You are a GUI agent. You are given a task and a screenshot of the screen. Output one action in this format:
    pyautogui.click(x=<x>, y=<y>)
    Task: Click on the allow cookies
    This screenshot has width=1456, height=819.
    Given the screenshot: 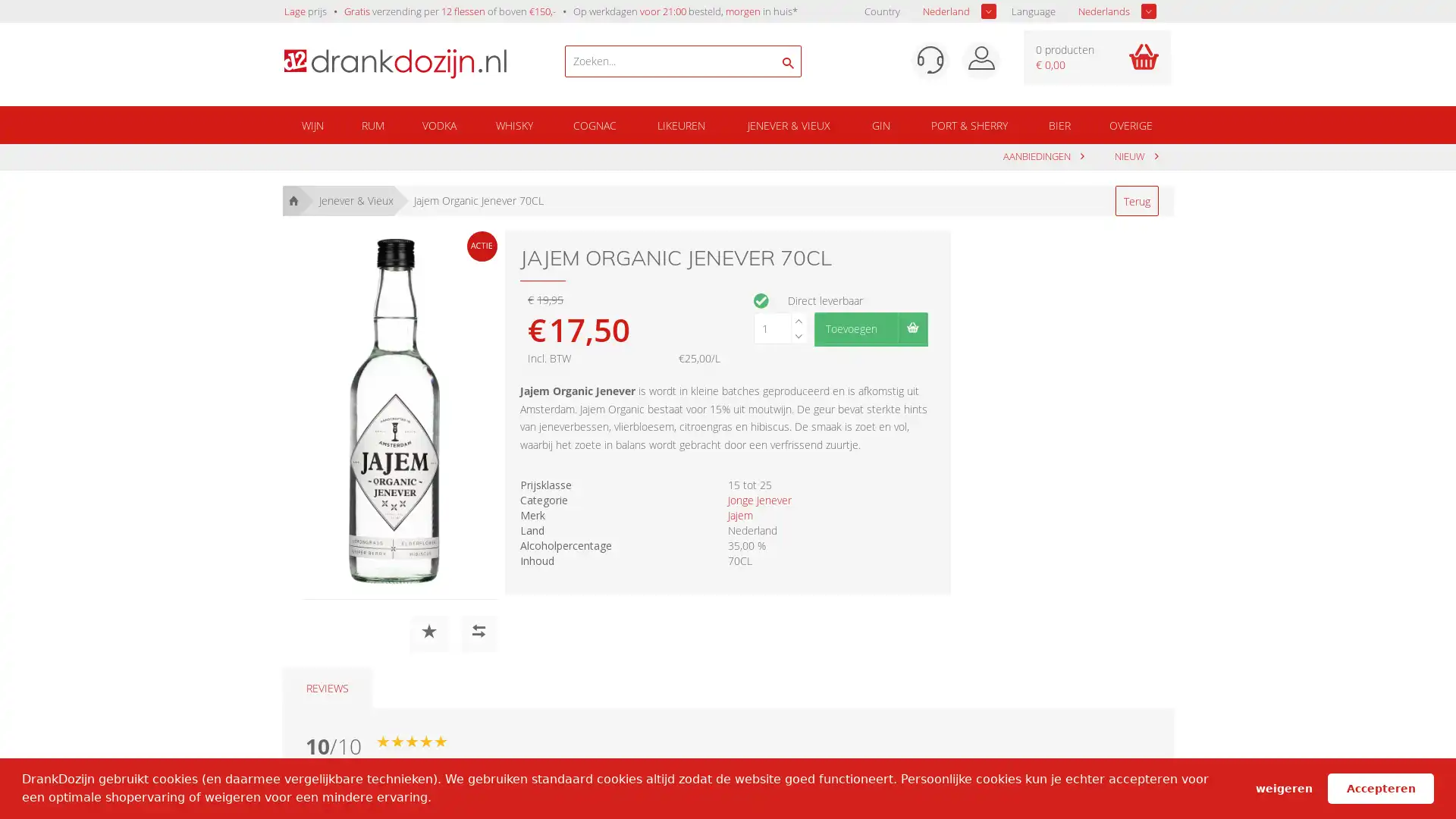 What is the action you would take?
    pyautogui.click(x=1380, y=787)
    